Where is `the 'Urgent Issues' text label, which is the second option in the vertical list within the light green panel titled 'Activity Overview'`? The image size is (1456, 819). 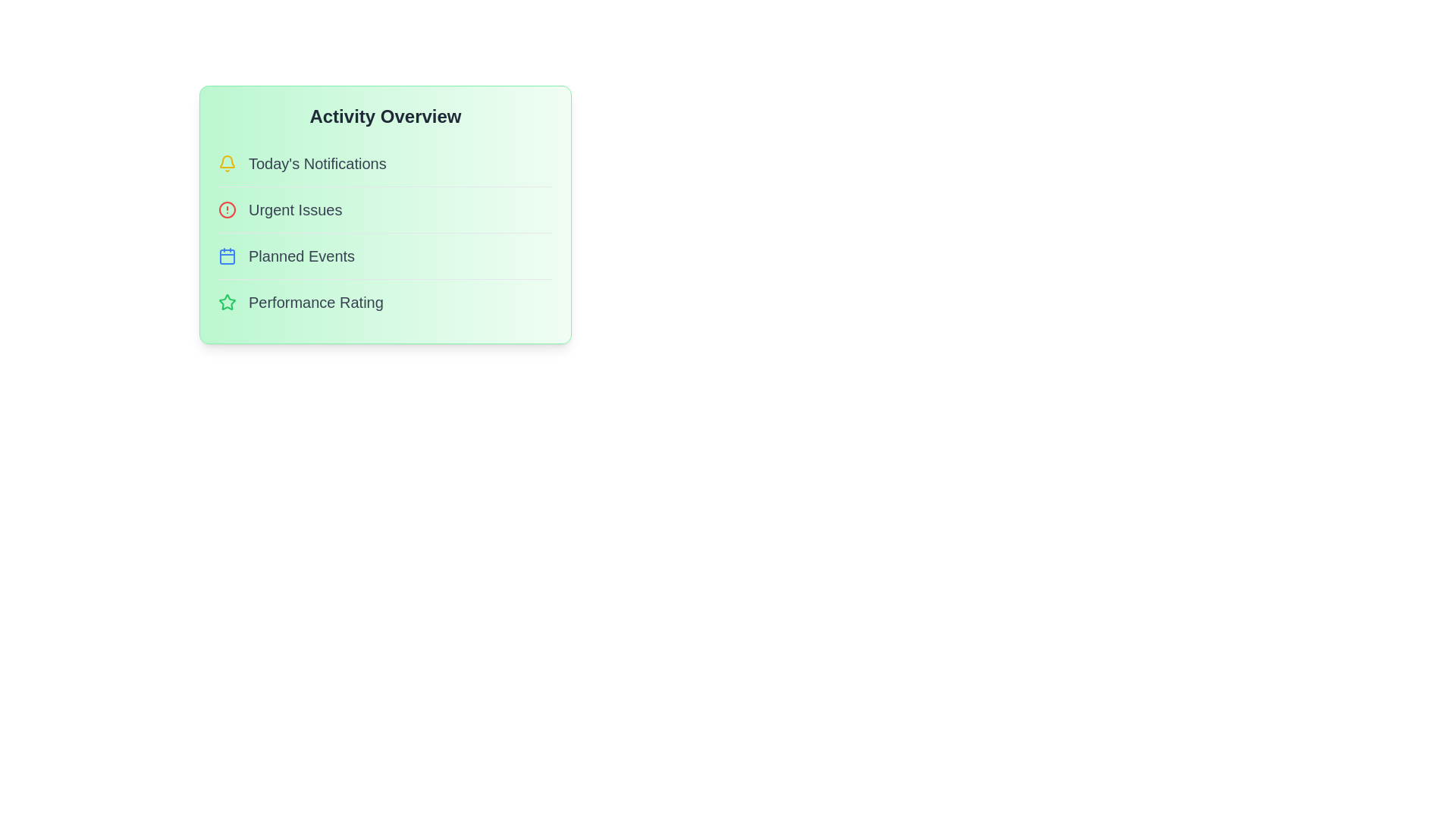
the 'Urgent Issues' text label, which is the second option in the vertical list within the light green panel titled 'Activity Overview' is located at coordinates (295, 210).